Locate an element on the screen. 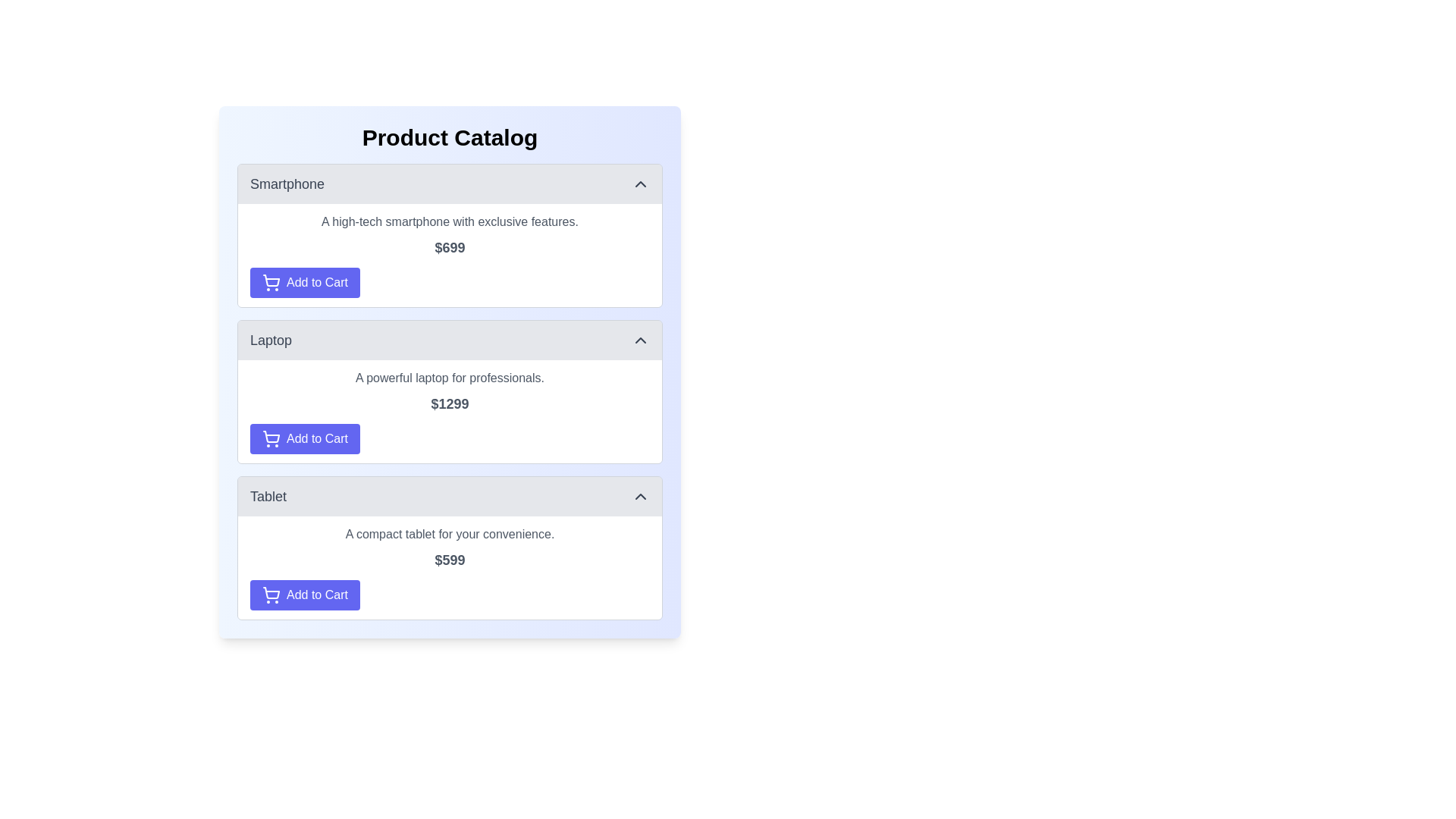 This screenshot has width=1456, height=819. the informational block located within the 'Tablet' product card, which is situated below the title and above the 'Add to Cart' button is located at coordinates (449, 567).